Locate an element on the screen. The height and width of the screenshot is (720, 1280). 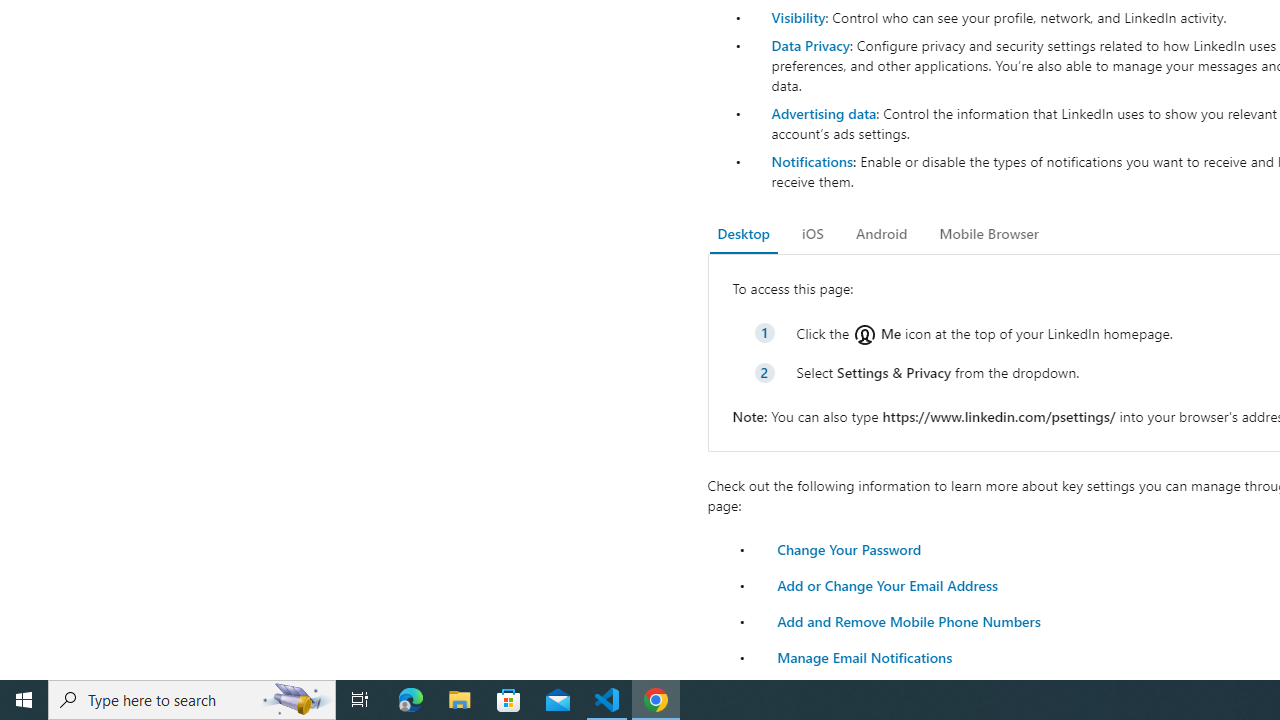
'Data Privacy' is located at coordinates (810, 45).